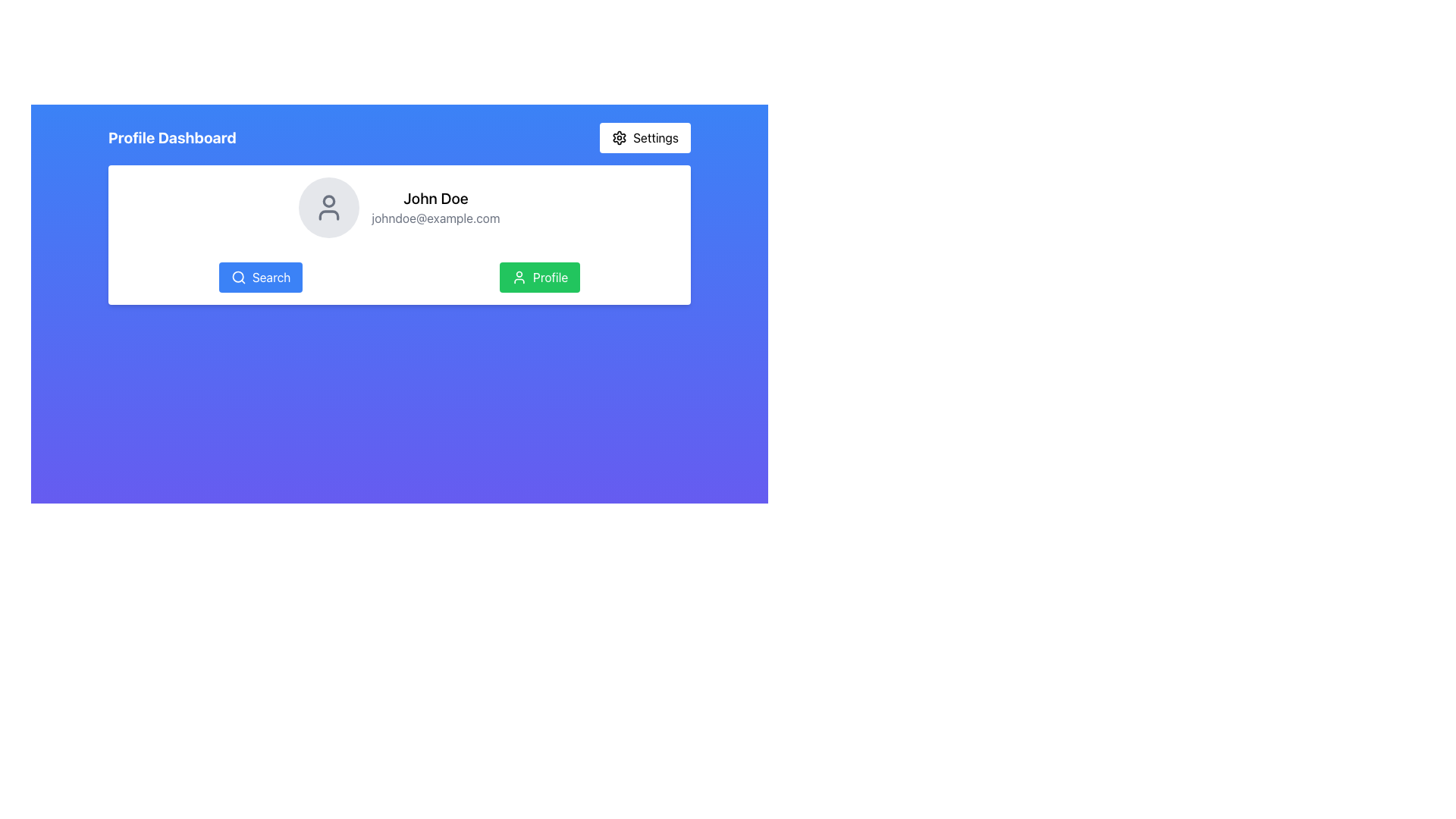 The image size is (1456, 819). Describe the element at coordinates (619, 137) in the screenshot. I see `the settings icon (gear symbol) located to the left of the 'Settings' text within the button` at that location.